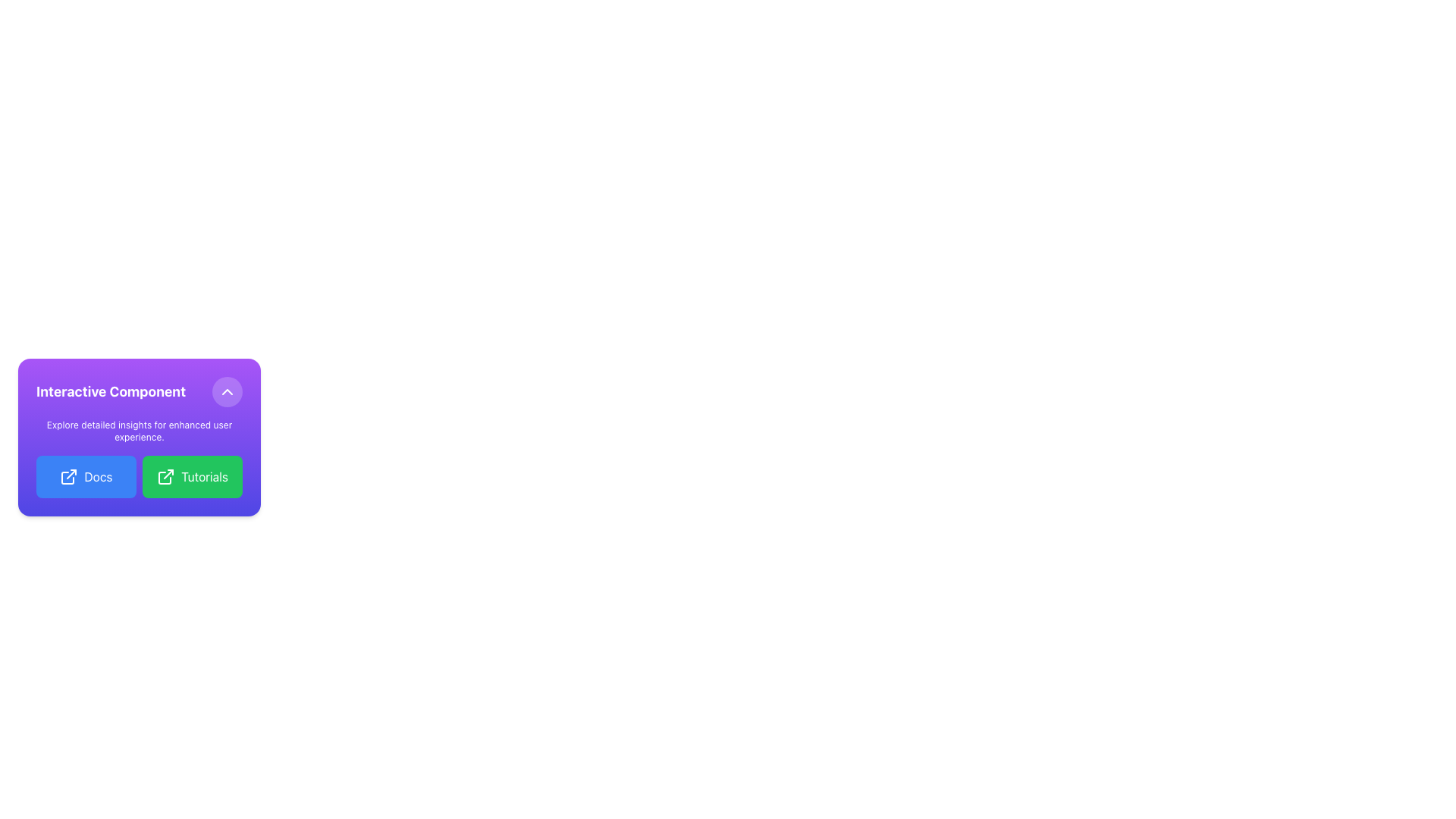 The height and width of the screenshot is (819, 1456). What do you see at coordinates (139, 475) in the screenshot?
I see `the right button in the Grid of interactive buttons` at bounding box center [139, 475].